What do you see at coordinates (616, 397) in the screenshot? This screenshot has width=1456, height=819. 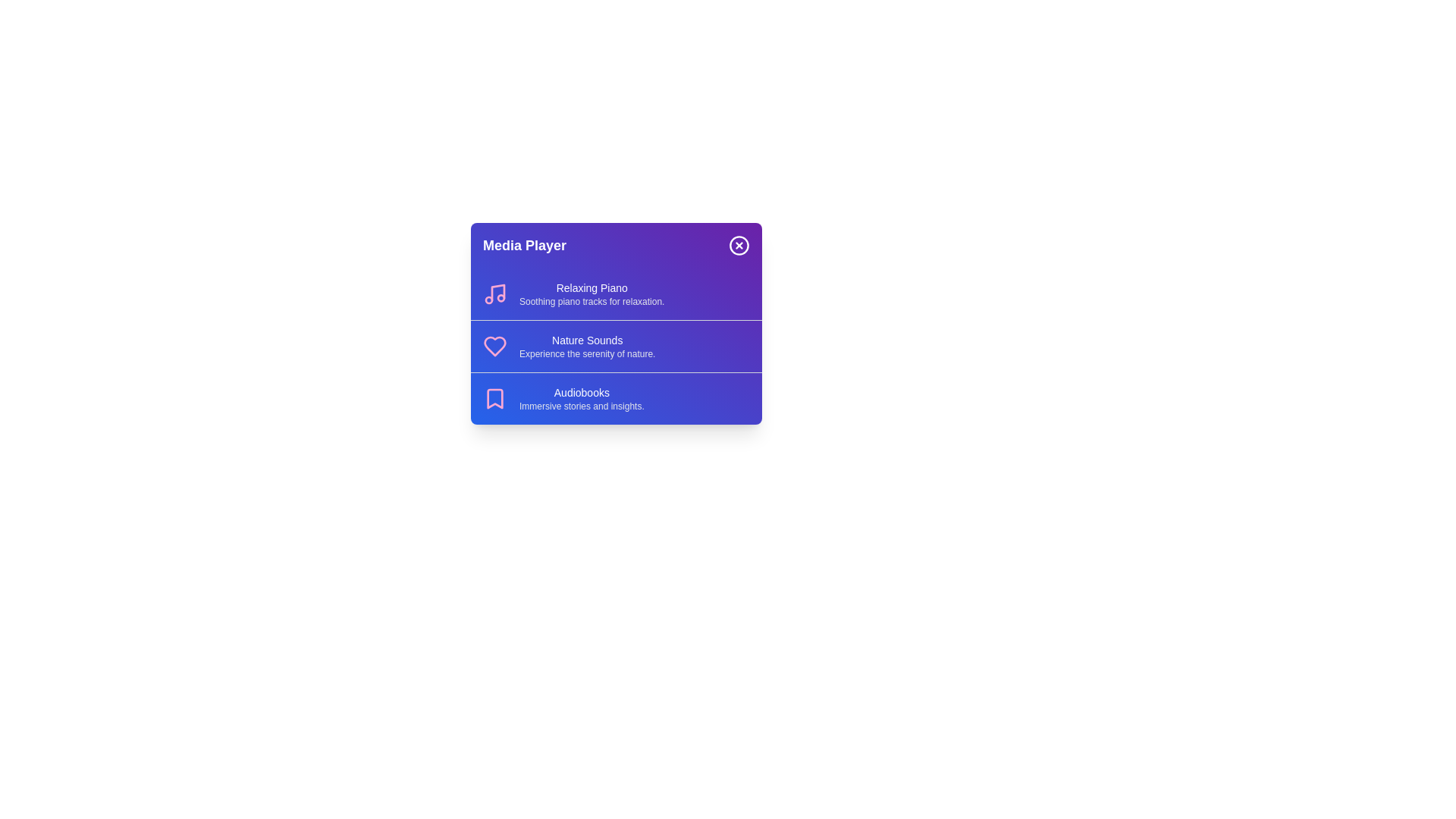 I see `the media item Audiobooks from the menu` at bounding box center [616, 397].